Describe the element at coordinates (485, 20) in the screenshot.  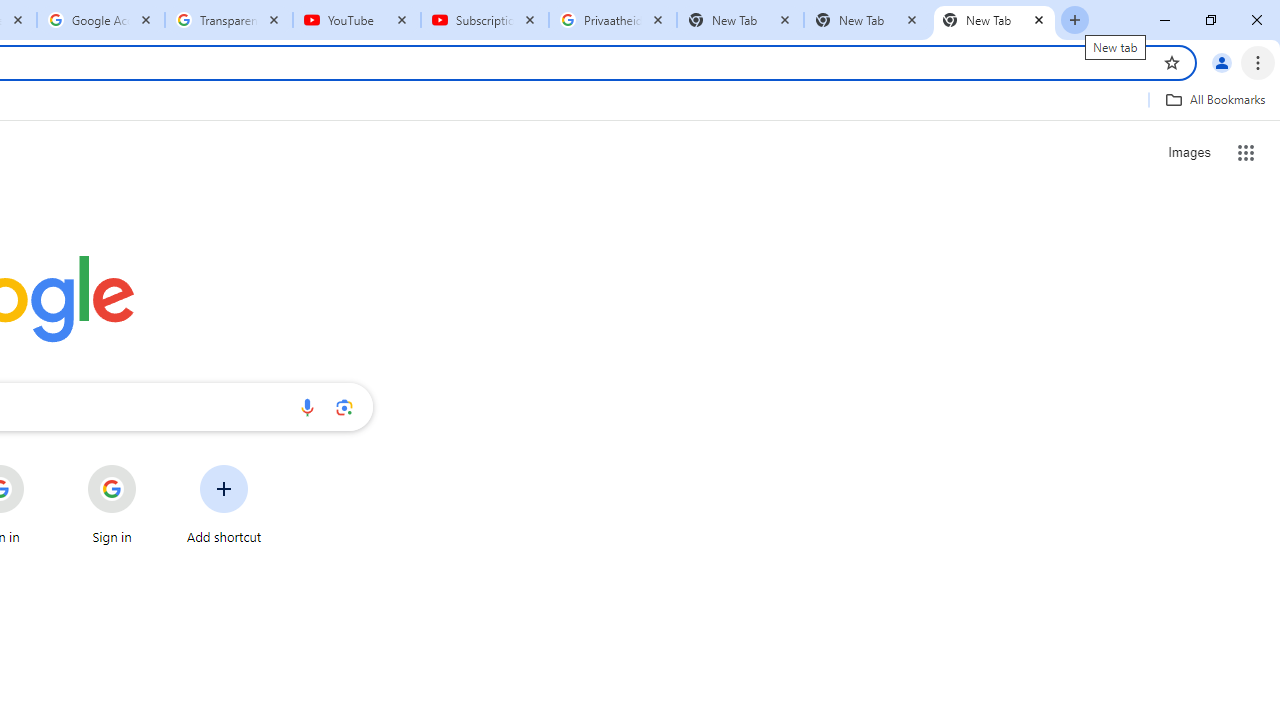
I see `'Subscriptions - YouTube'` at that location.